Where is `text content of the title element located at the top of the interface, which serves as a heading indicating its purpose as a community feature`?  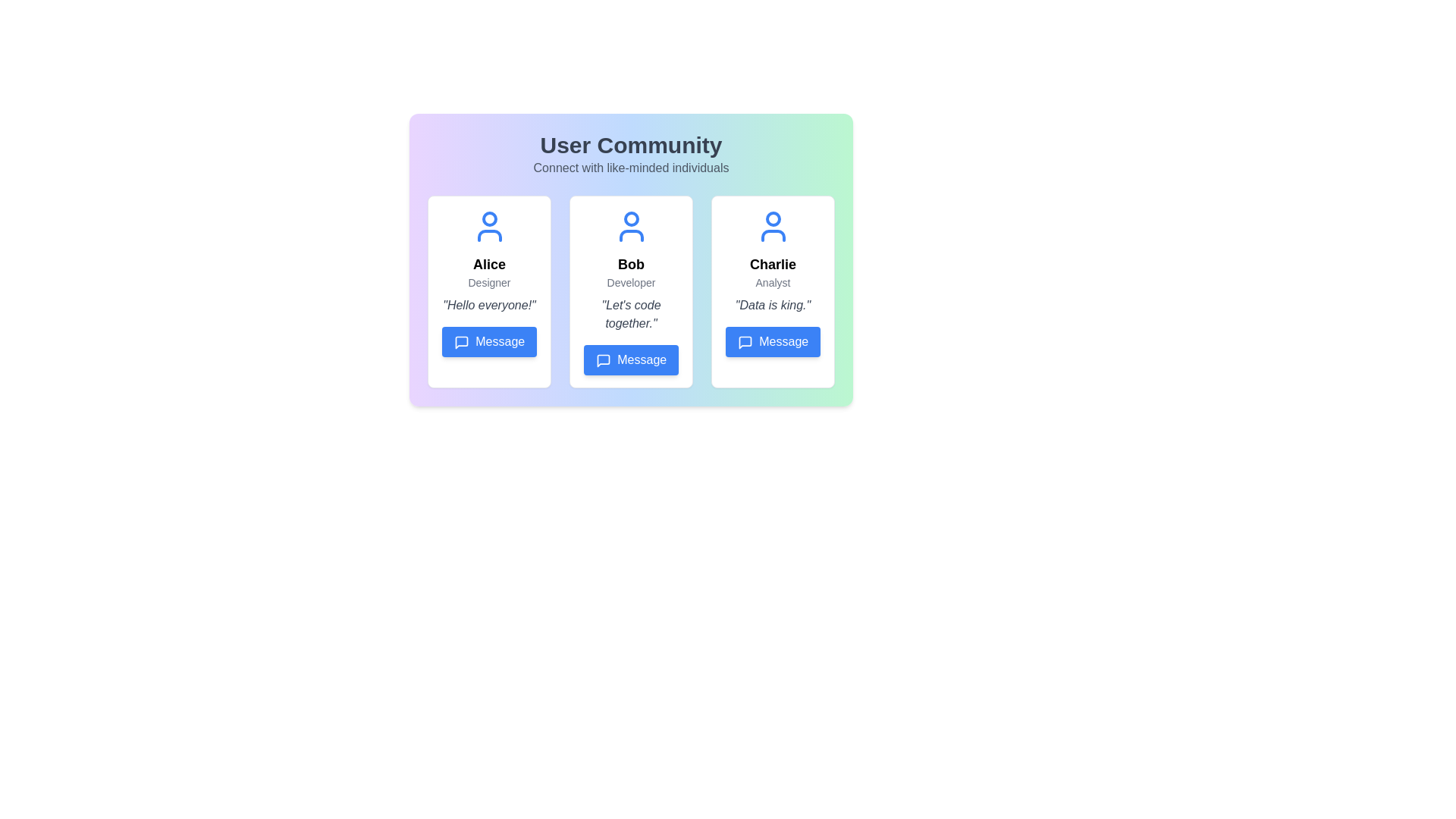 text content of the title element located at the top of the interface, which serves as a heading indicating its purpose as a community feature is located at coordinates (631, 146).